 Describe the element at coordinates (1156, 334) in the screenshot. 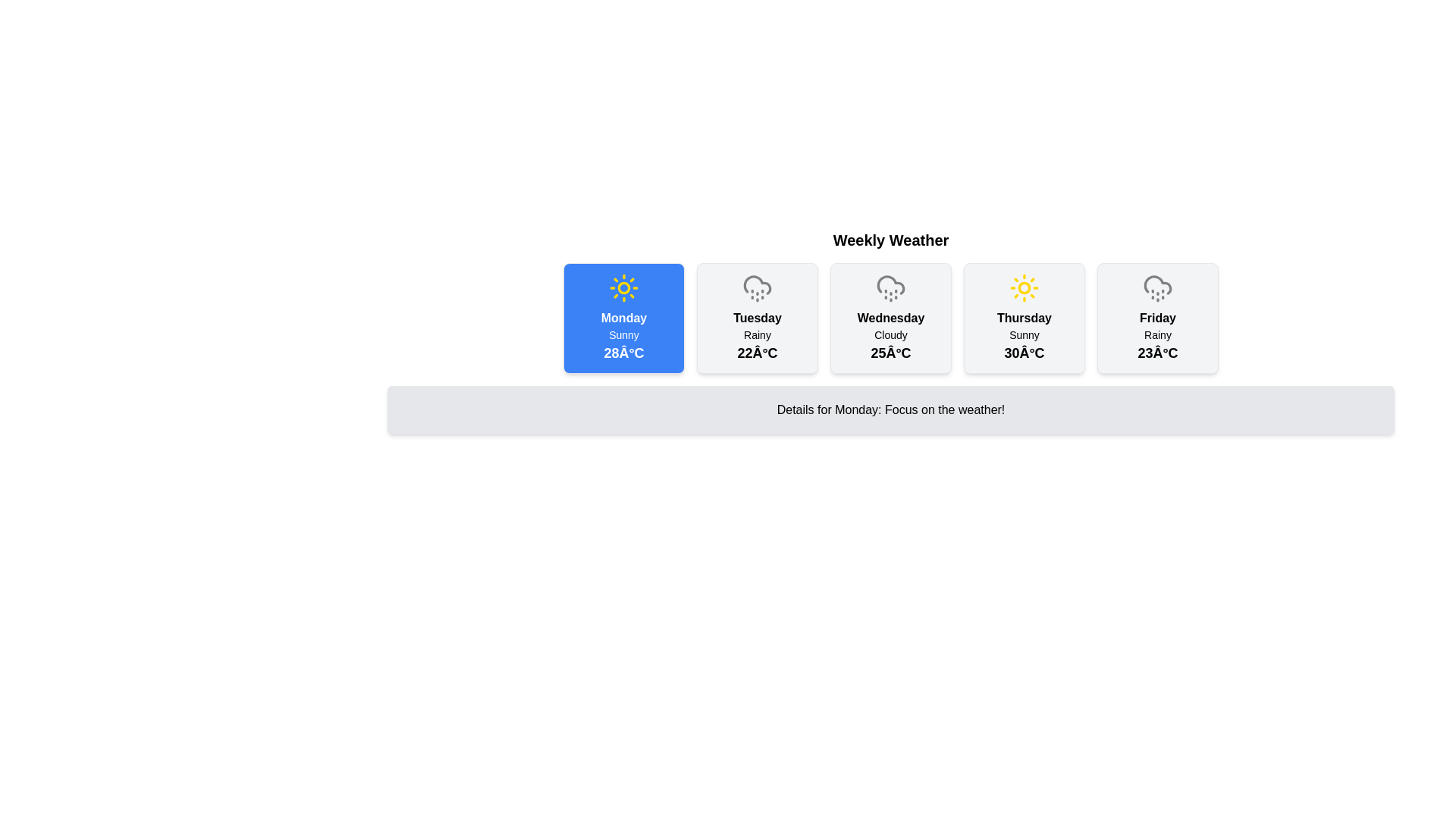

I see `text displayed in the weather condition label for 'Friday', which shows 'Rainy'` at that location.